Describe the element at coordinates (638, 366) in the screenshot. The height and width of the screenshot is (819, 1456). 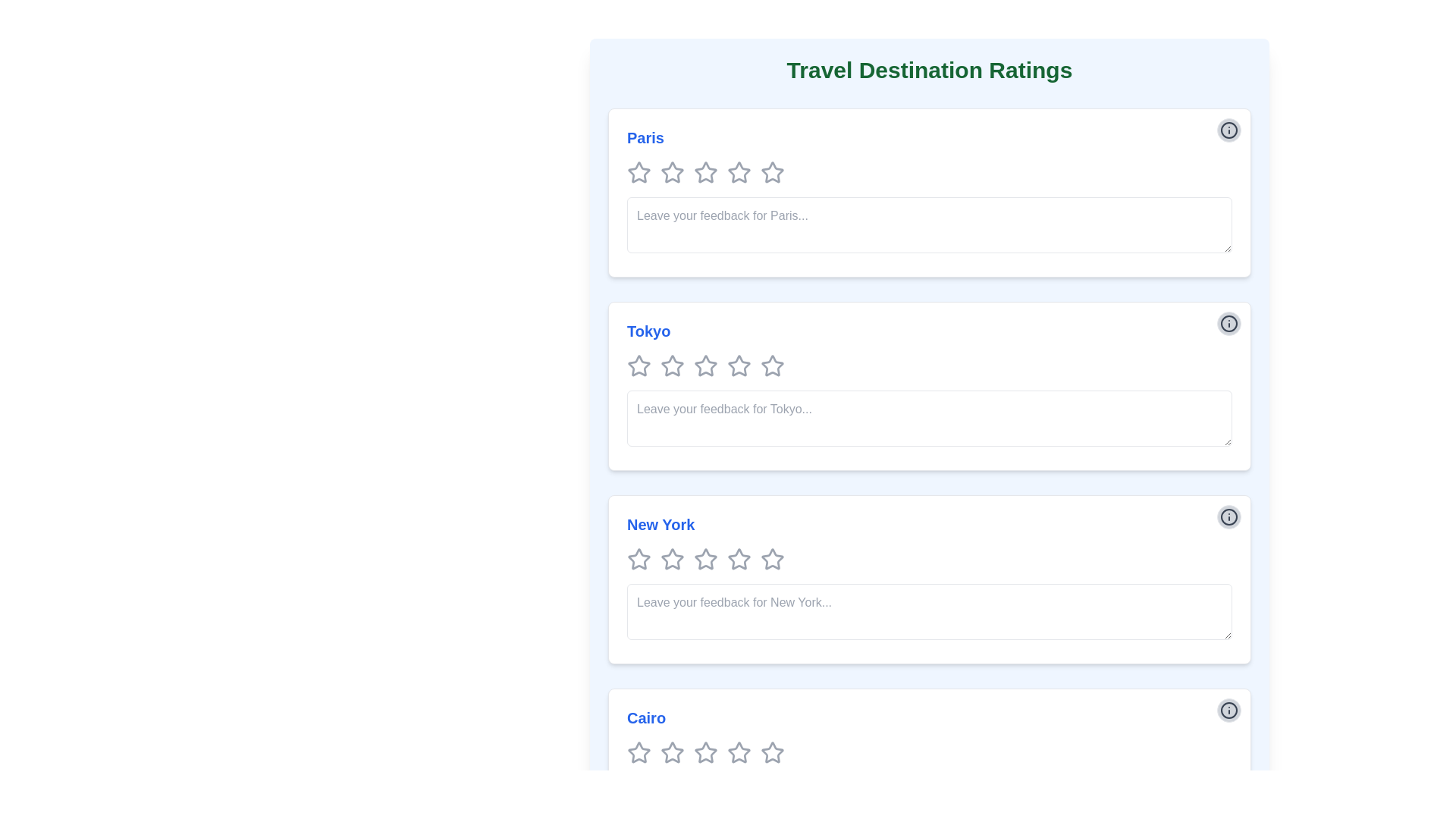
I see `the first star icon` at that location.